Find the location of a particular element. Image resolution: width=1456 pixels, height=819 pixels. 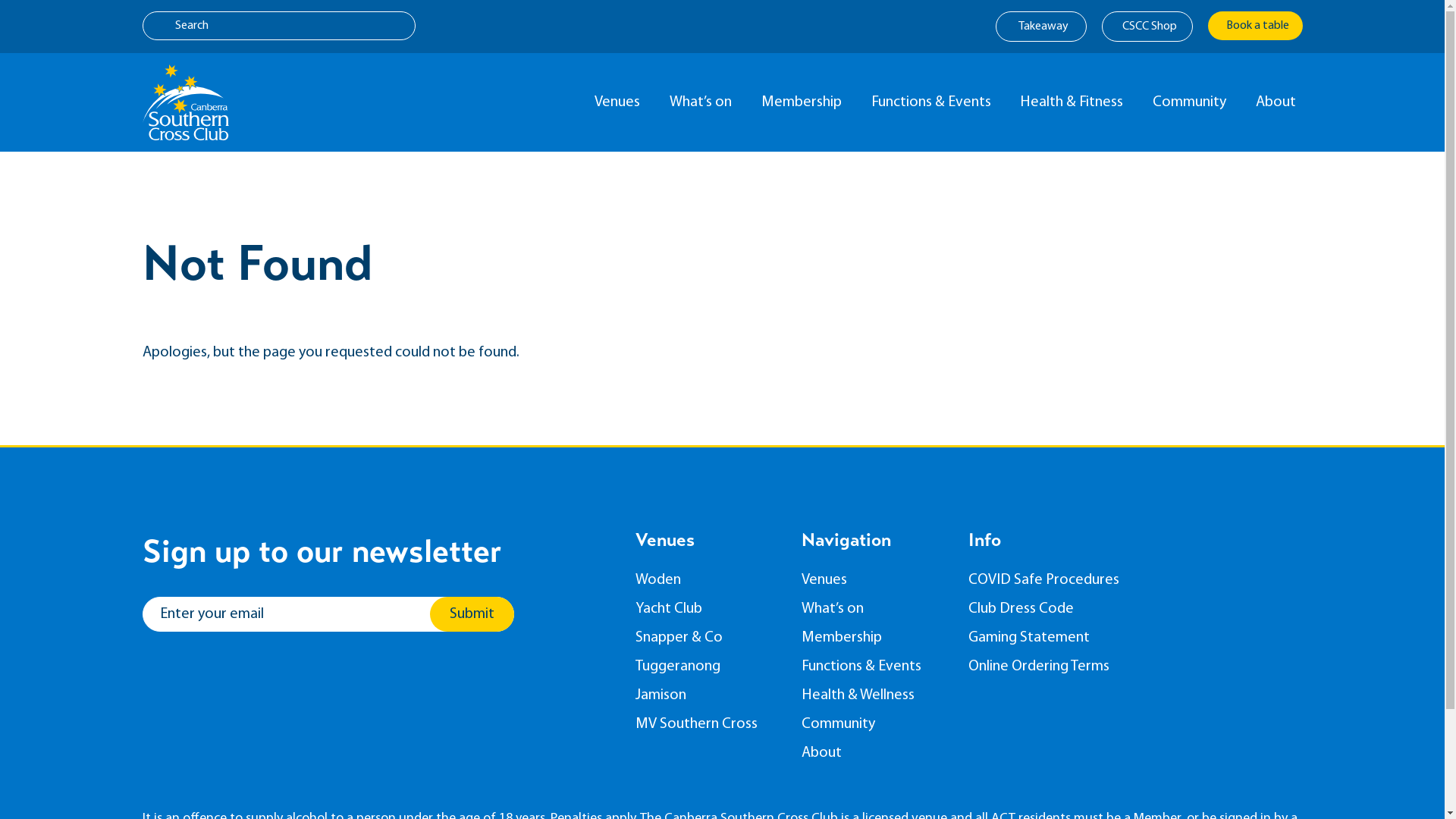

'Community' is located at coordinates (874, 723).